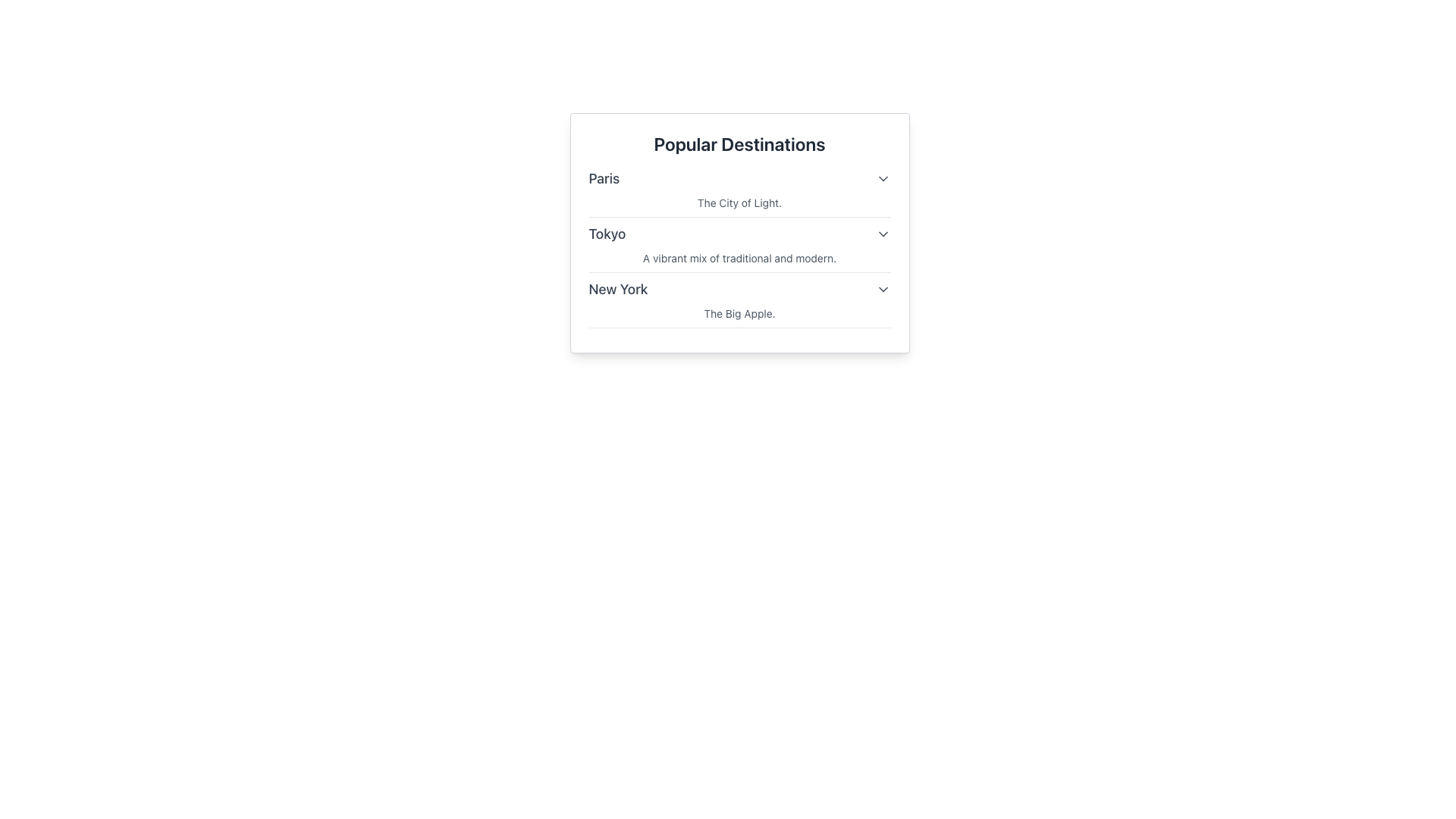  I want to click on the List Item displaying 'New York' with a bold heading and a dropdown arrow, so click(739, 303).